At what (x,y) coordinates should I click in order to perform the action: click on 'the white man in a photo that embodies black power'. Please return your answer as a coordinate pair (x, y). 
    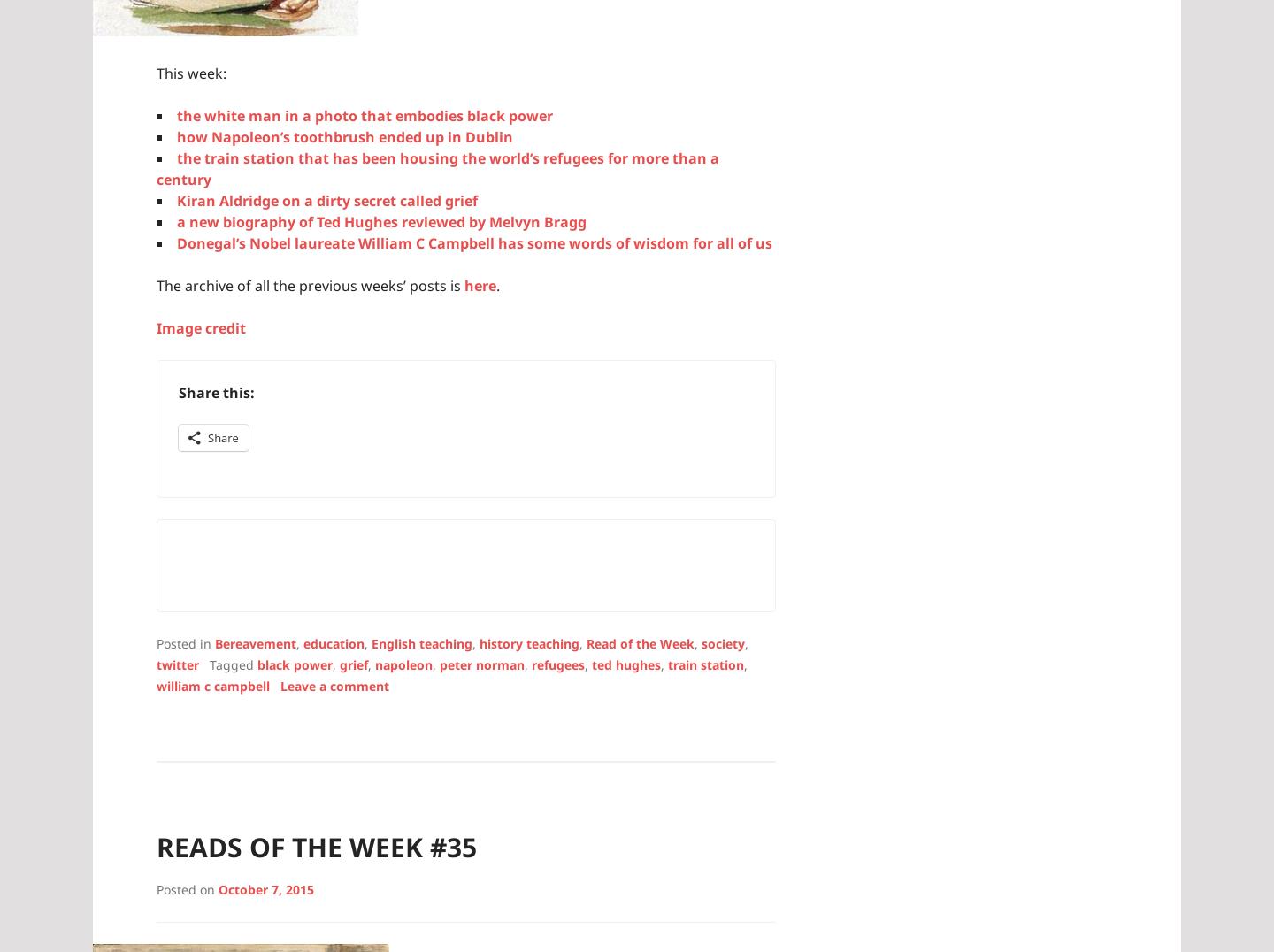
    Looking at the image, I should click on (364, 113).